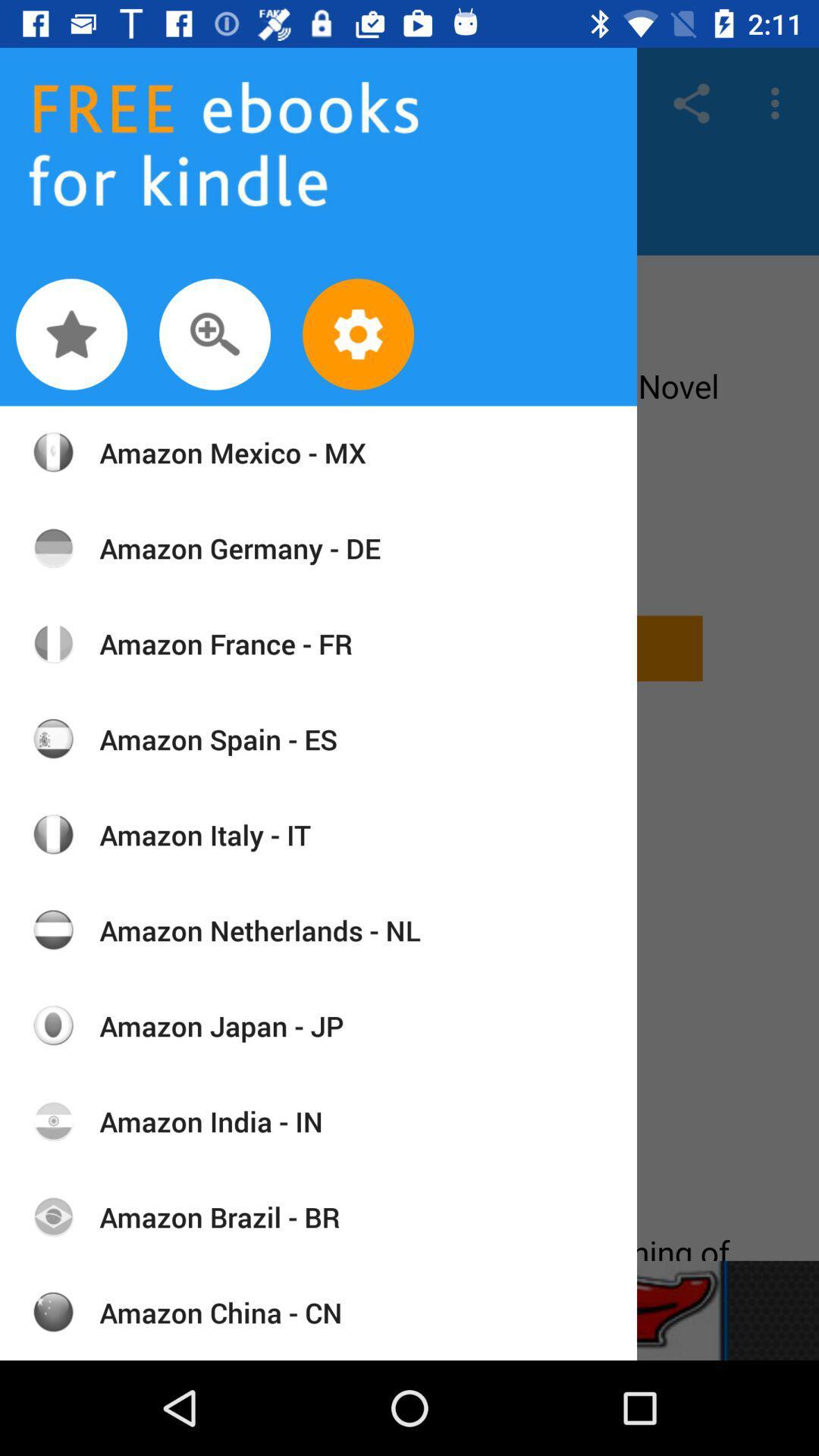 The height and width of the screenshot is (1456, 819). I want to click on the more icon, so click(779, 102).